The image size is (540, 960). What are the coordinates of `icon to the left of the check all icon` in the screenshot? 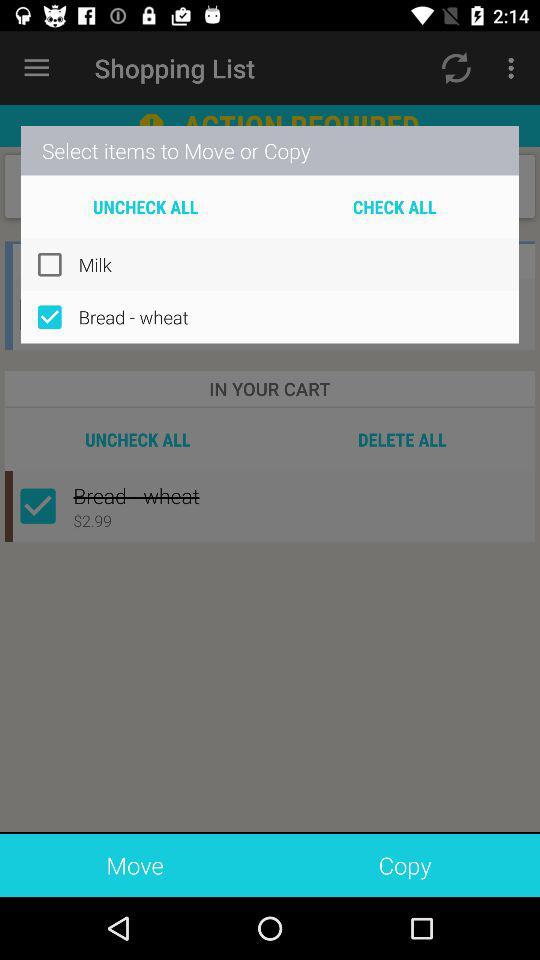 It's located at (144, 206).